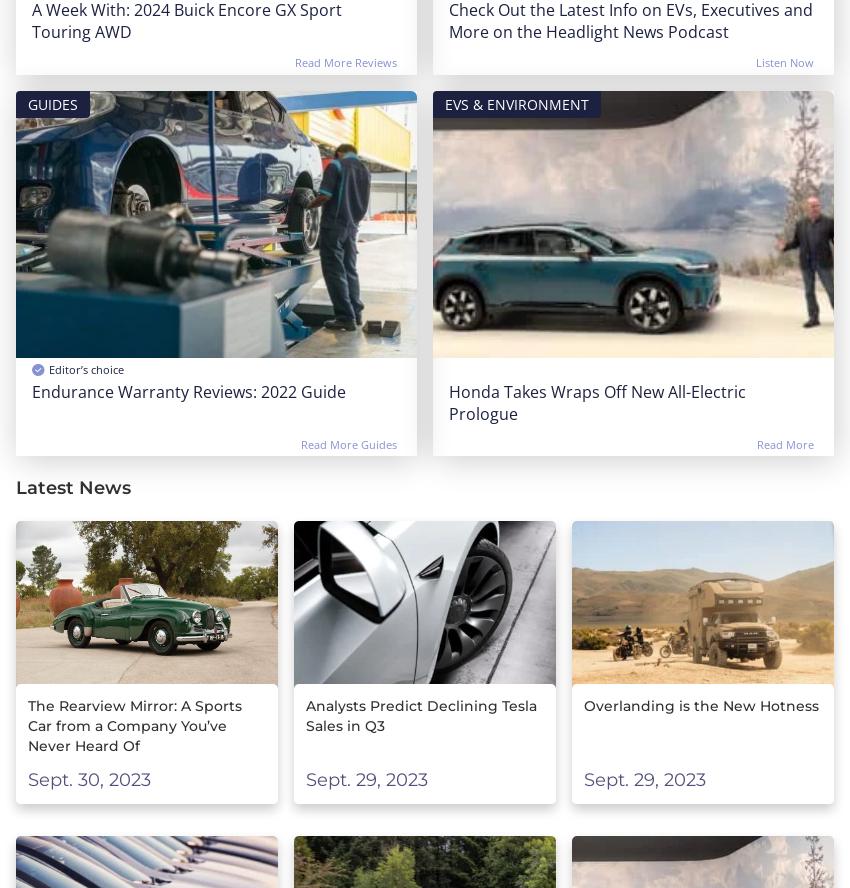 This screenshot has width=850, height=888. I want to click on 'Latest News', so click(14, 487).